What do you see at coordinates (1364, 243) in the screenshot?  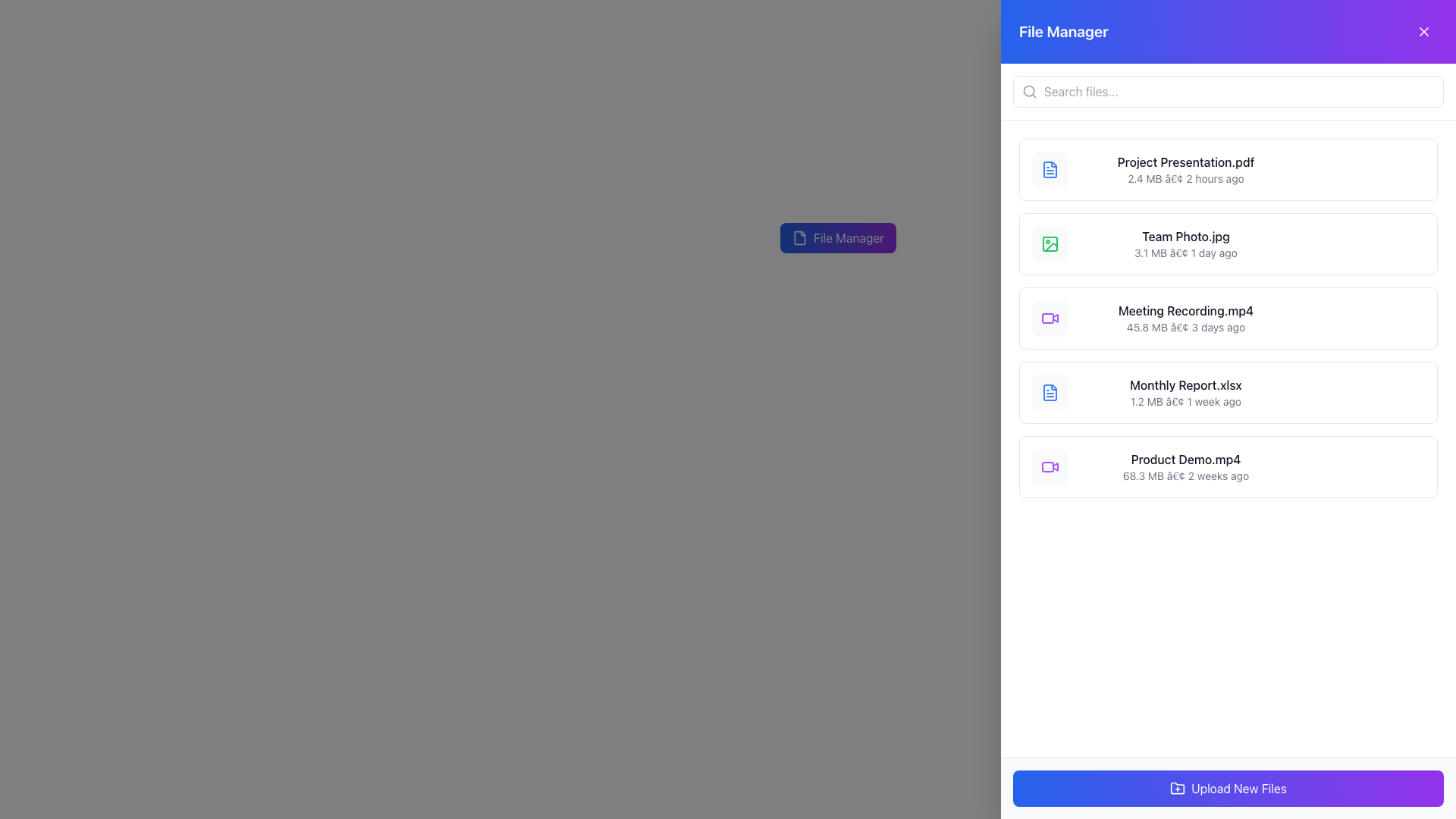 I see `the interactive button group containing icons for 'Share', 'Download', and 'Delete', located towards the right side of the 'Team Photo.jpg' entry in the file manager interface` at bounding box center [1364, 243].